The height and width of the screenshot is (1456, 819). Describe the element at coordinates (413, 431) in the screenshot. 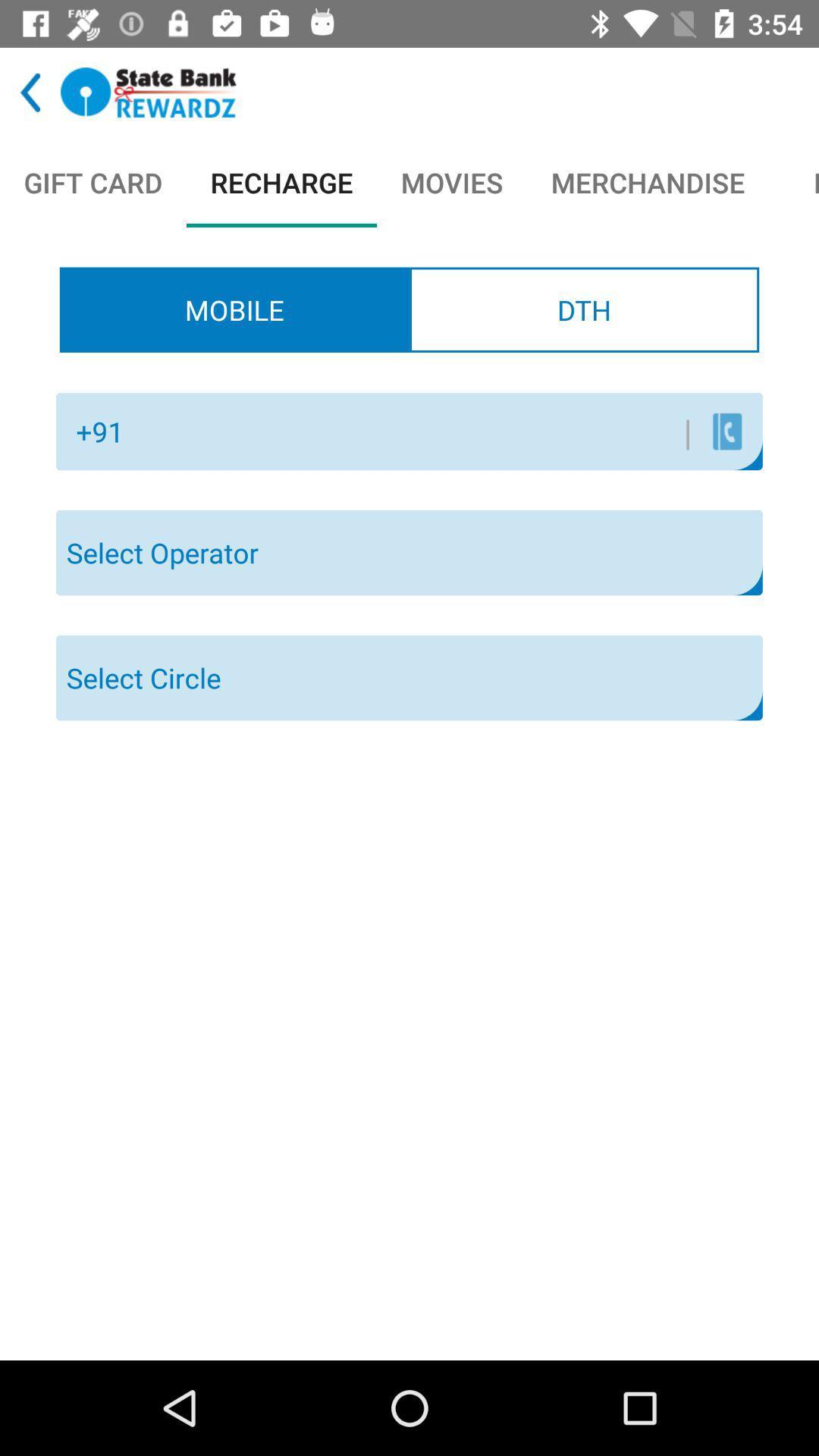

I see `the icon to the right of +91 app` at that location.